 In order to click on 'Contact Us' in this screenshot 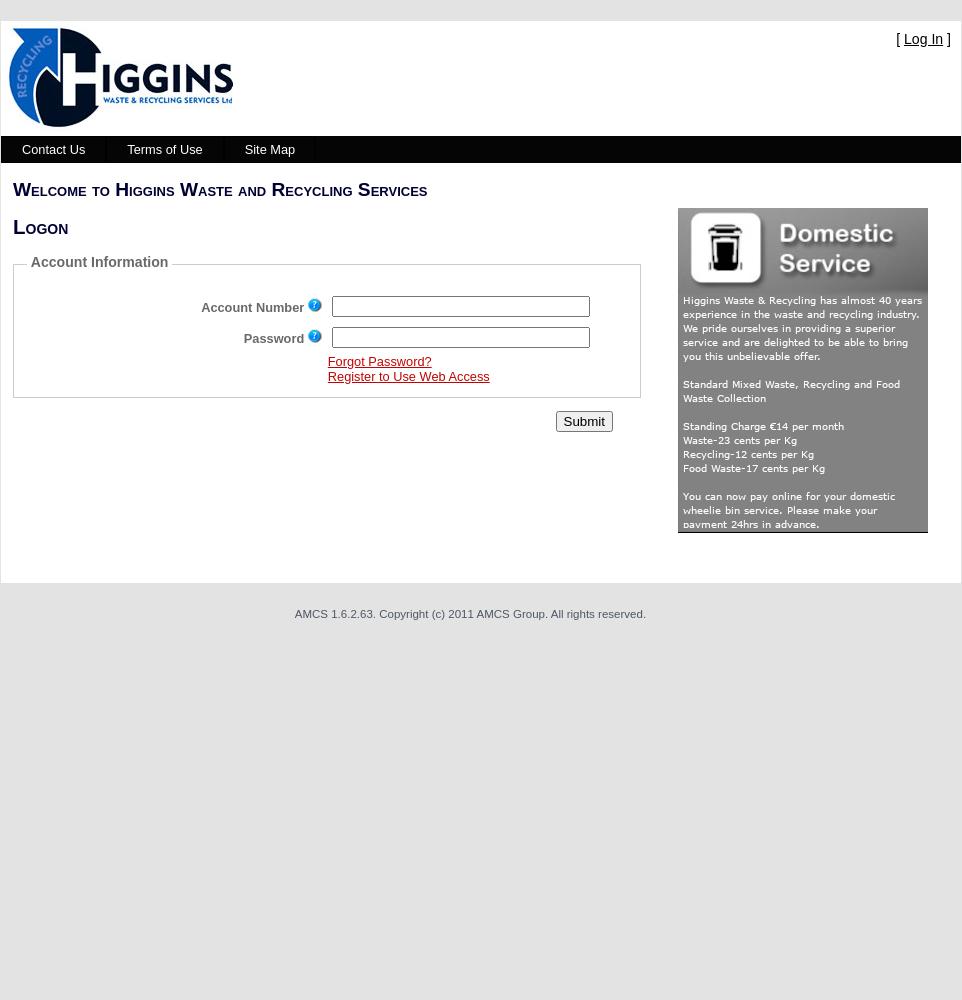, I will do `click(53, 149)`.